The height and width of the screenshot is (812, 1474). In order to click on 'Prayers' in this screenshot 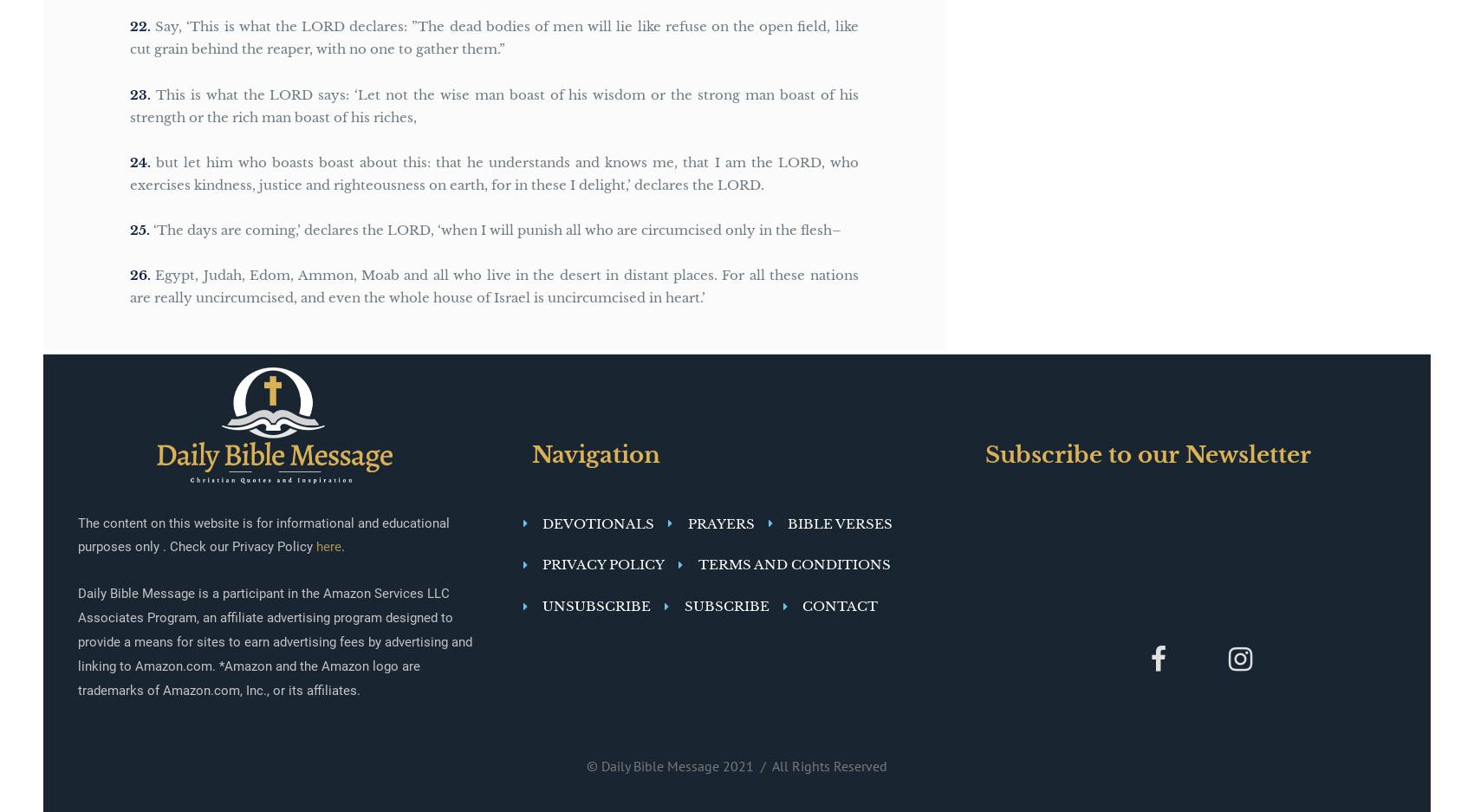, I will do `click(720, 522)`.